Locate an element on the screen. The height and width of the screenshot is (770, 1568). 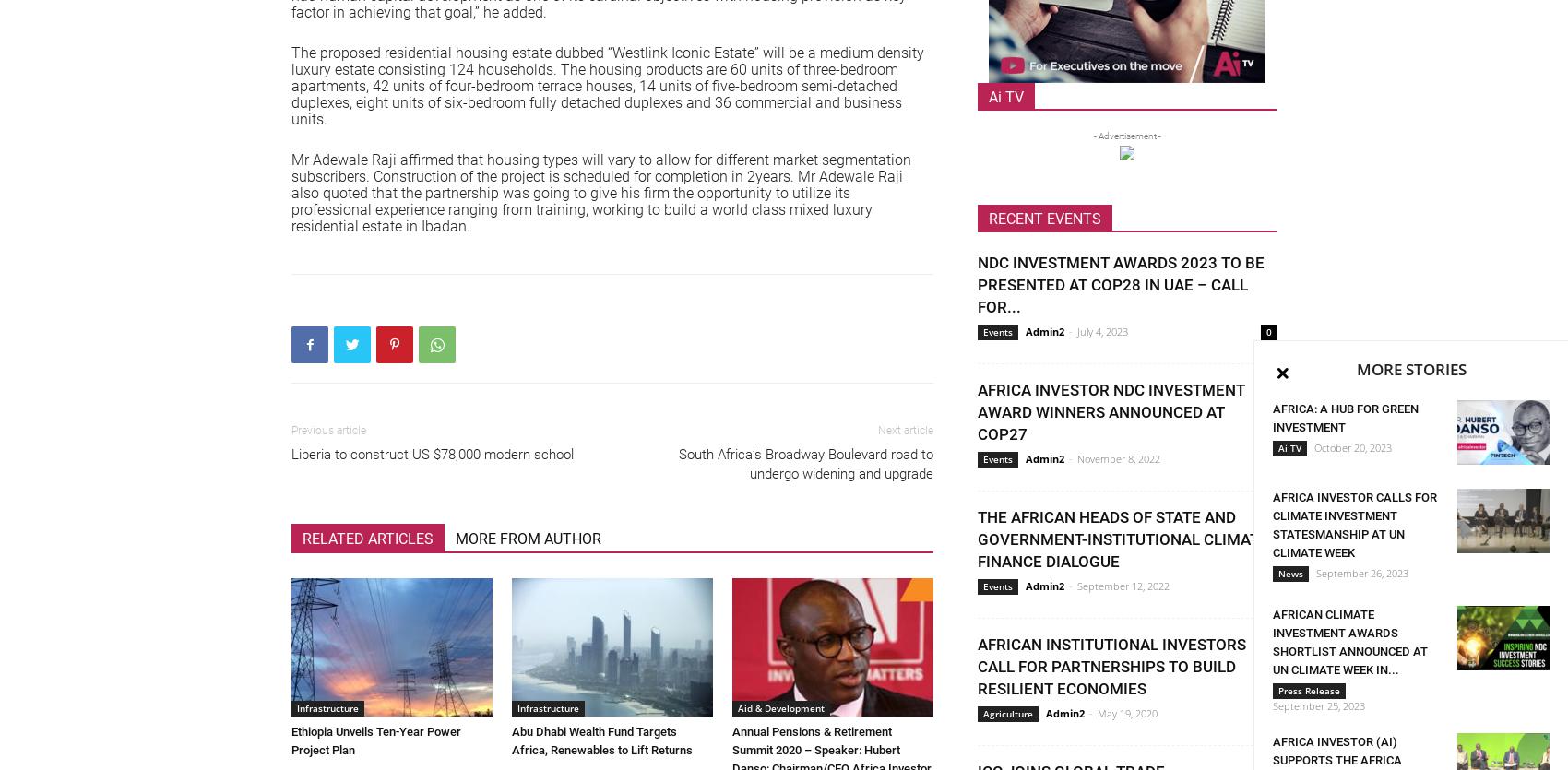
'The African Heads of State and Government-Institutional Climate Finance Dialogue' is located at coordinates (1122, 539).